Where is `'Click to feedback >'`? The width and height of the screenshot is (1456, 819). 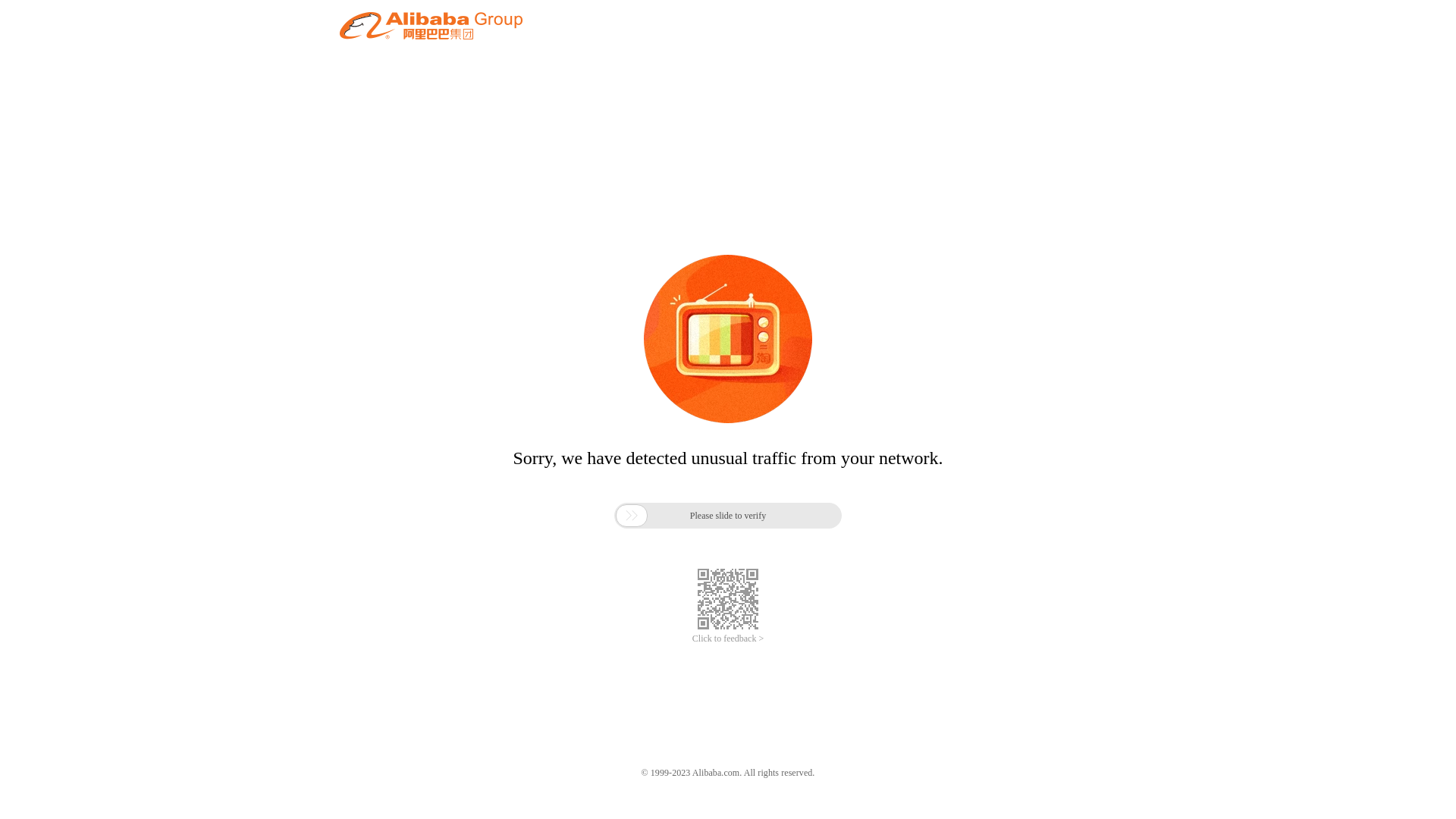 'Click to feedback >' is located at coordinates (728, 639).